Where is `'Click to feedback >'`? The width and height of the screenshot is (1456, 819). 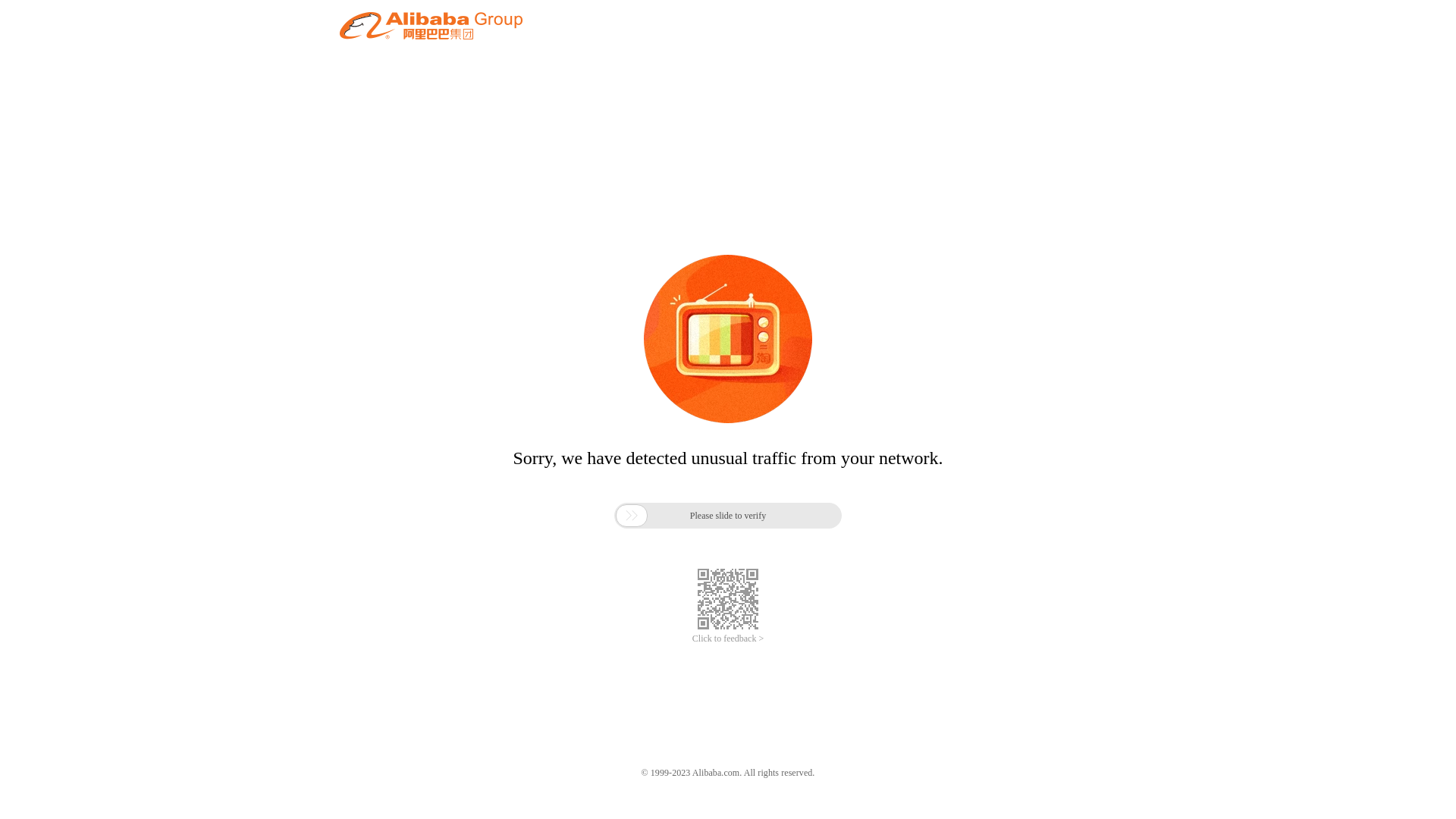 'Click to feedback >' is located at coordinates (728, 639).